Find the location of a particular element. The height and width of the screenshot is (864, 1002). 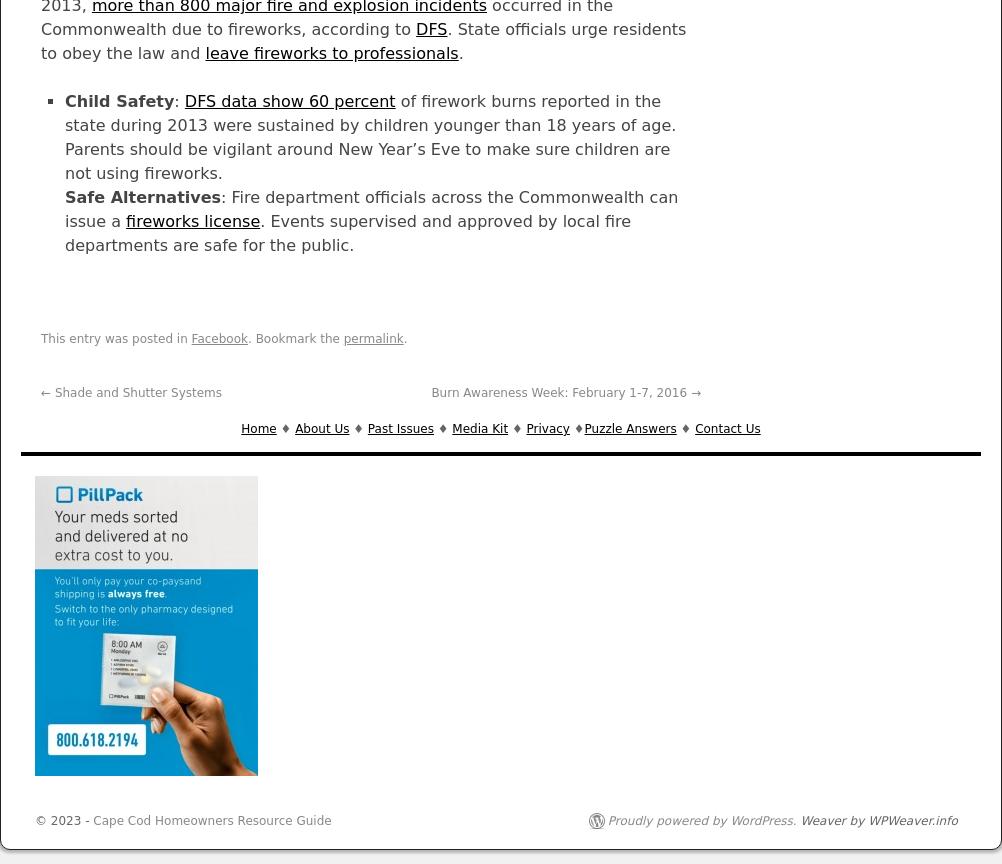

'About Us' is located at coordinates (321, 427).